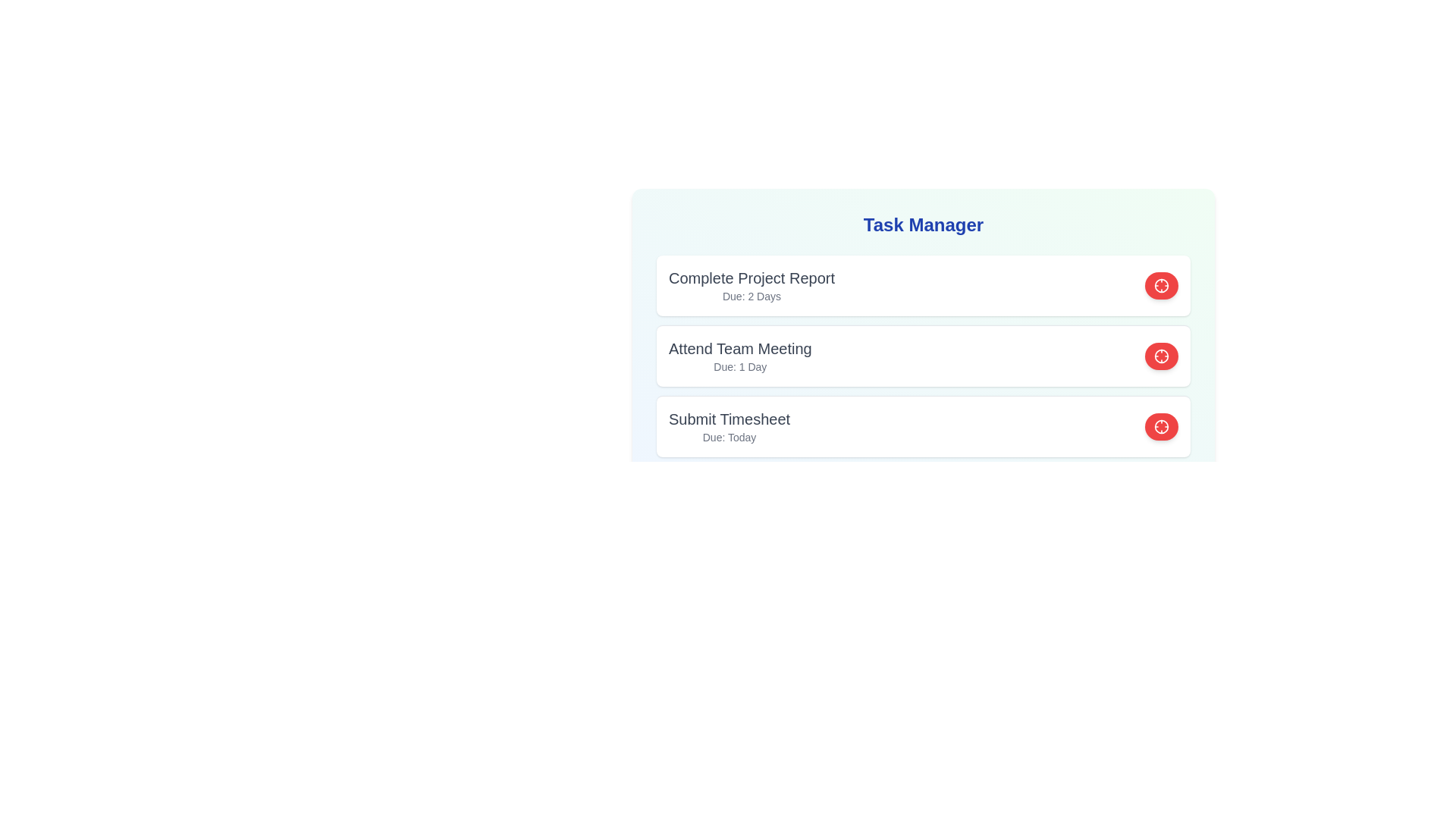 The width and height of the screenshot is (1456, 819). What do you see at coordinates (1160, 286) in the screenshot?
I see `the circular red button with a white crosshair icon located` at bounding box center [1160, 286].